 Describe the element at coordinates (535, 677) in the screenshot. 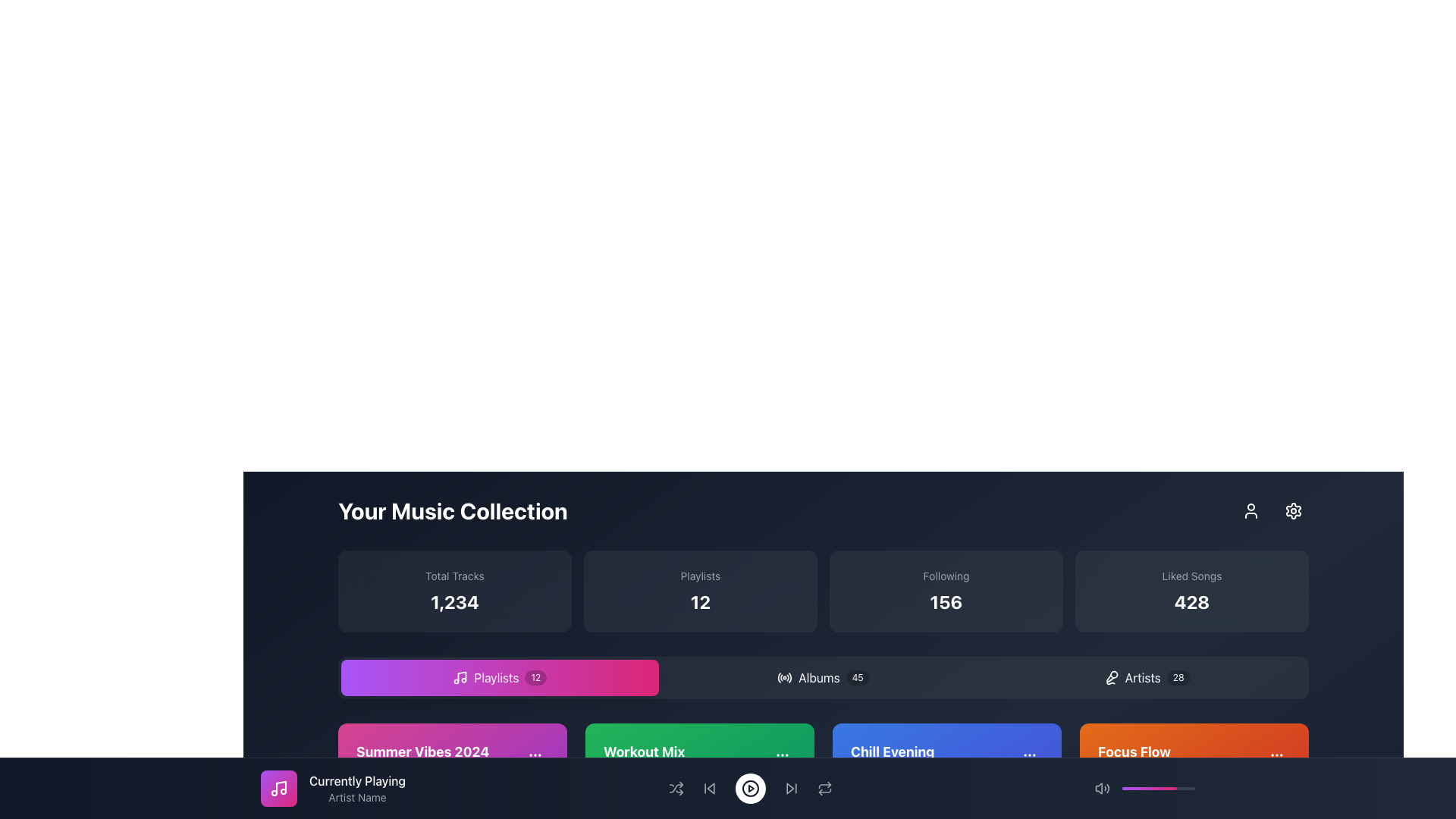

I see `the Display badge indicating the count of playlists, which currently shows '12', located to the right of the 'Playlists' button` at that location.